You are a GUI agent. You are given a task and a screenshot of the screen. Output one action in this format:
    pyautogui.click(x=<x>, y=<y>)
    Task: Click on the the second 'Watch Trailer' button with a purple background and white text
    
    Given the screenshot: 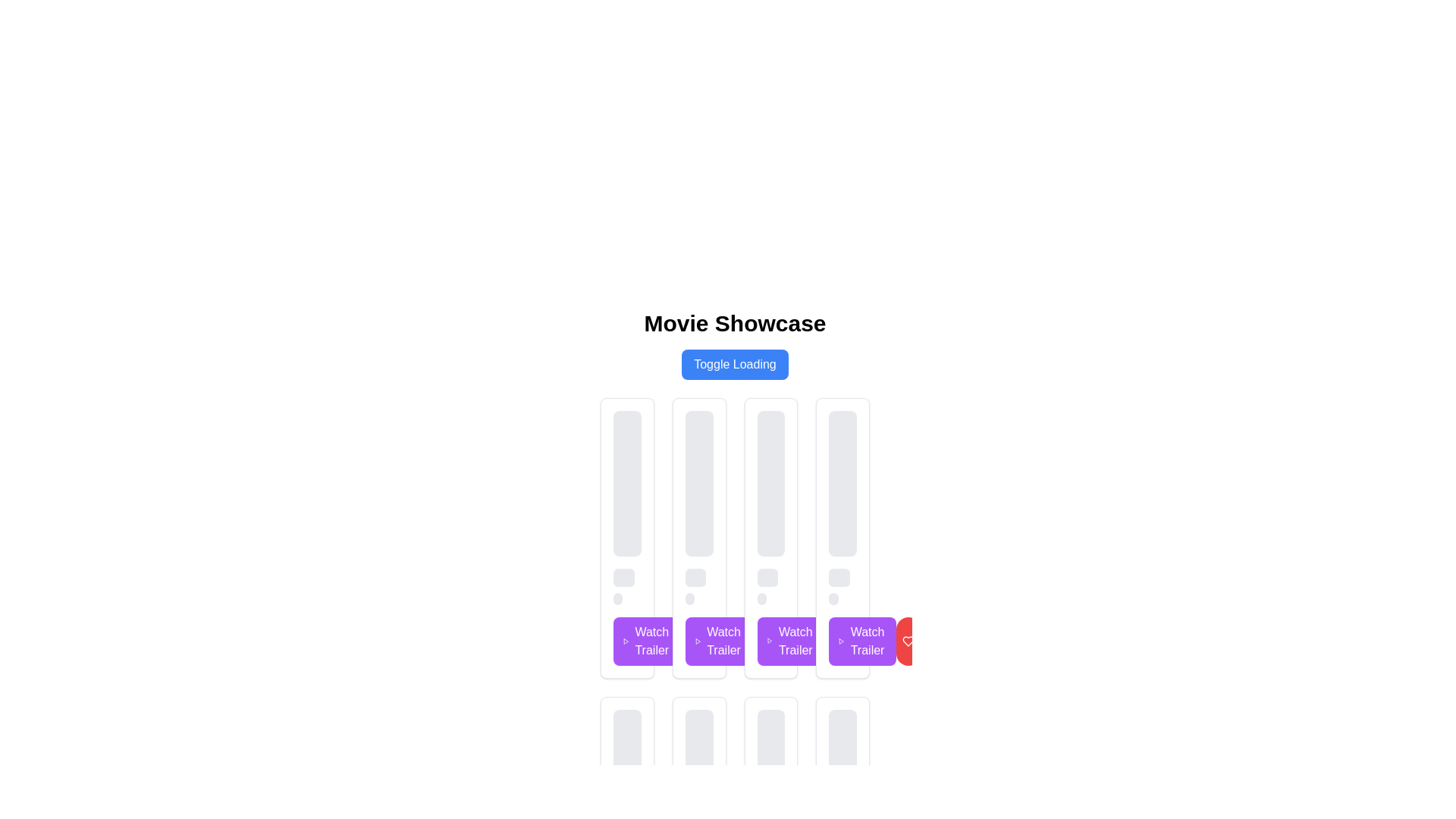 What is the action you would take?
    pyautogui.click(x=718, y=641)
    